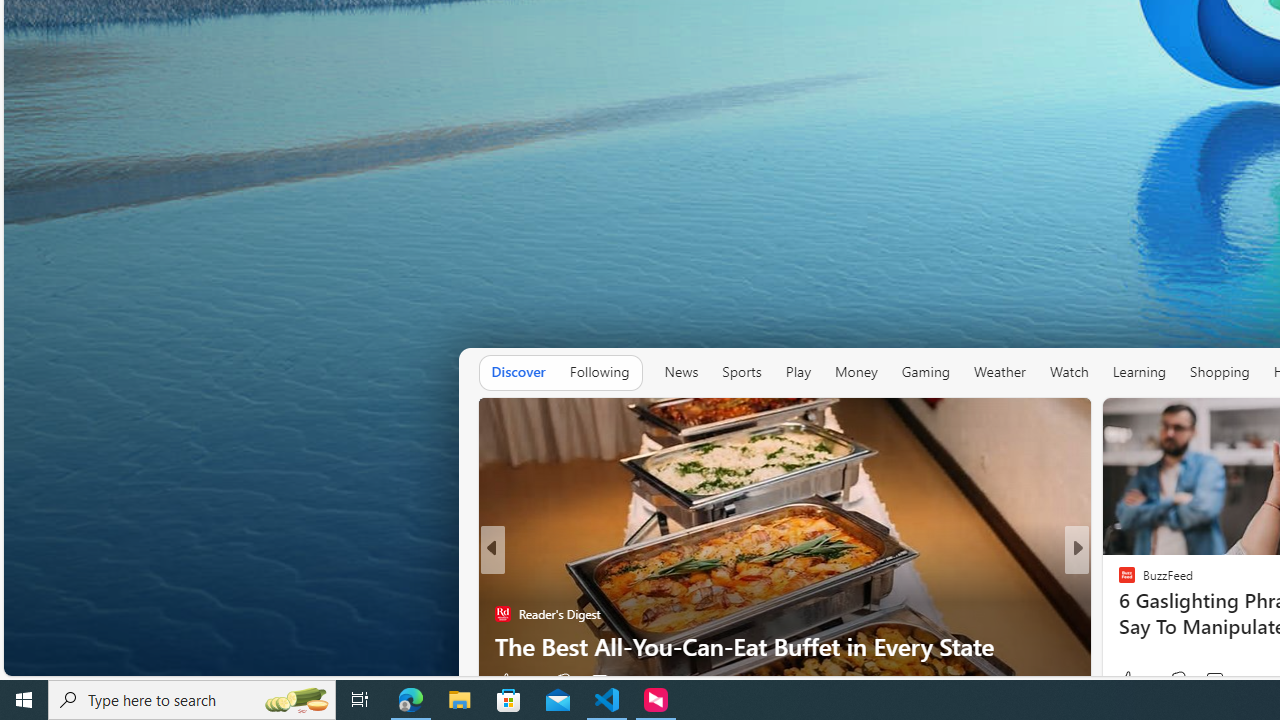  Describe the element at coordinates (359, 698) in the screenshot. I see `'Task View'` at that location.